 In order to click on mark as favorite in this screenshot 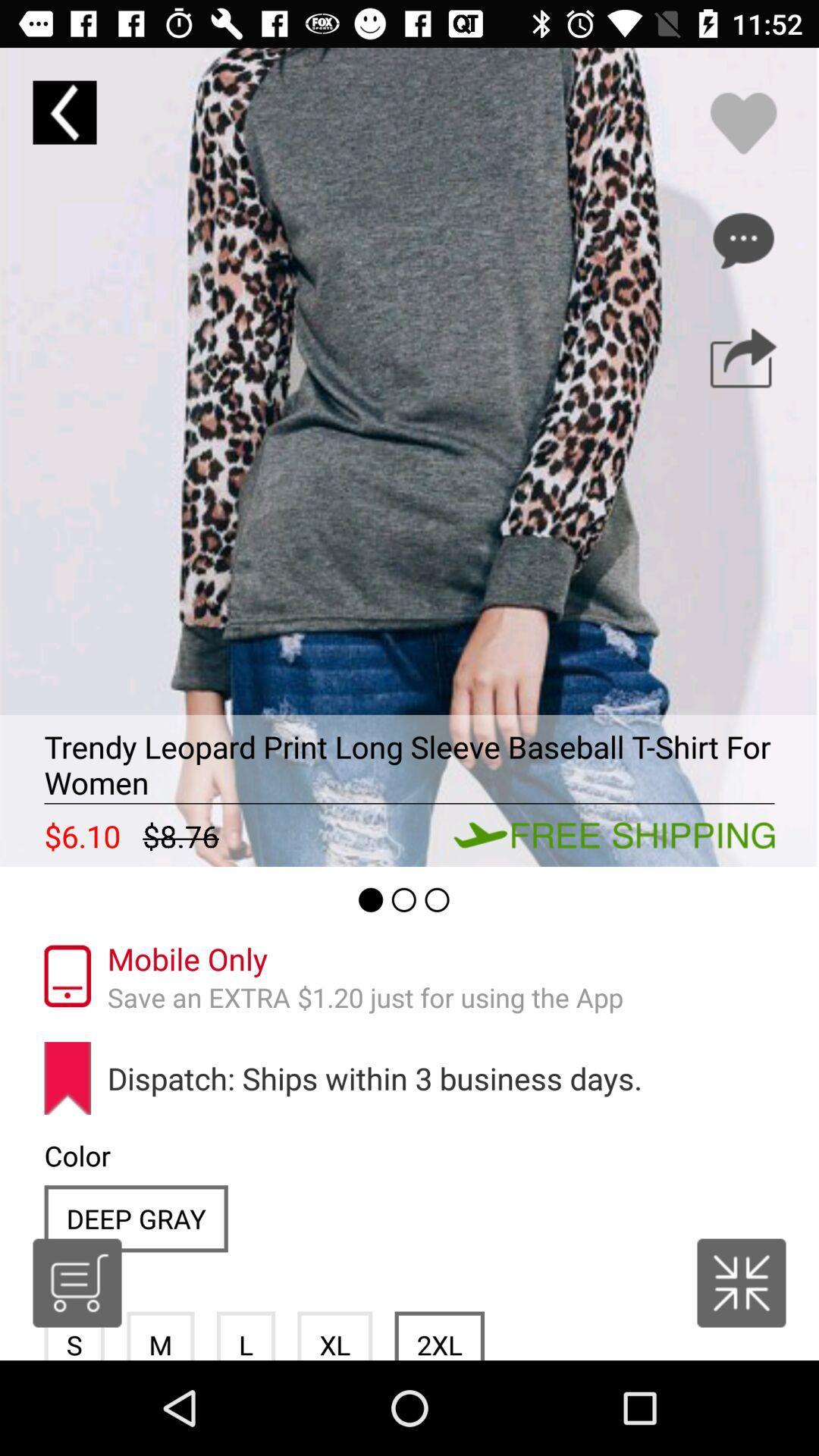, I will do `click(742, 123)`.